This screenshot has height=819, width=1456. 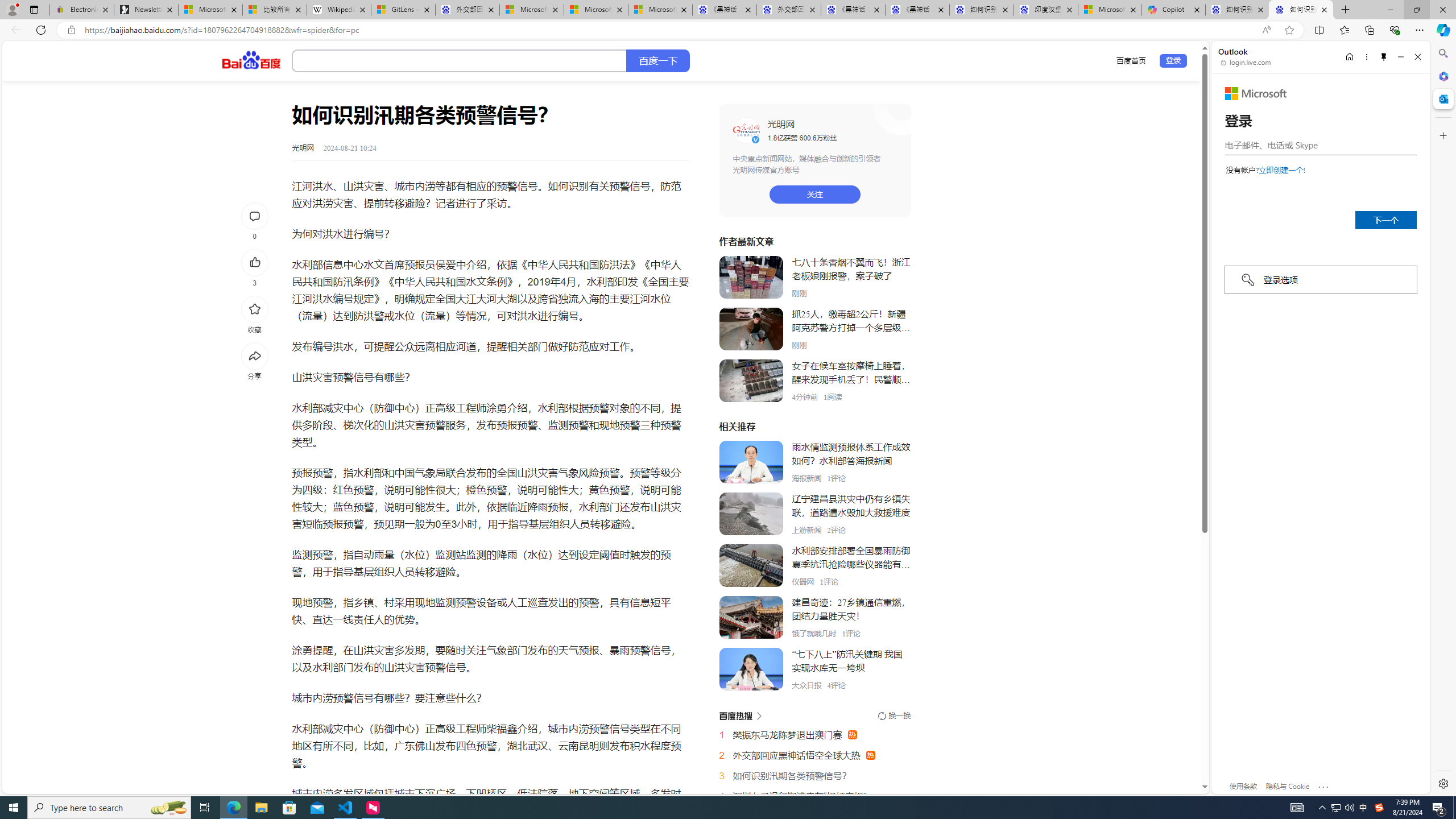 I want to click on 'Class: XDq7y', so click(x=751, y=668).